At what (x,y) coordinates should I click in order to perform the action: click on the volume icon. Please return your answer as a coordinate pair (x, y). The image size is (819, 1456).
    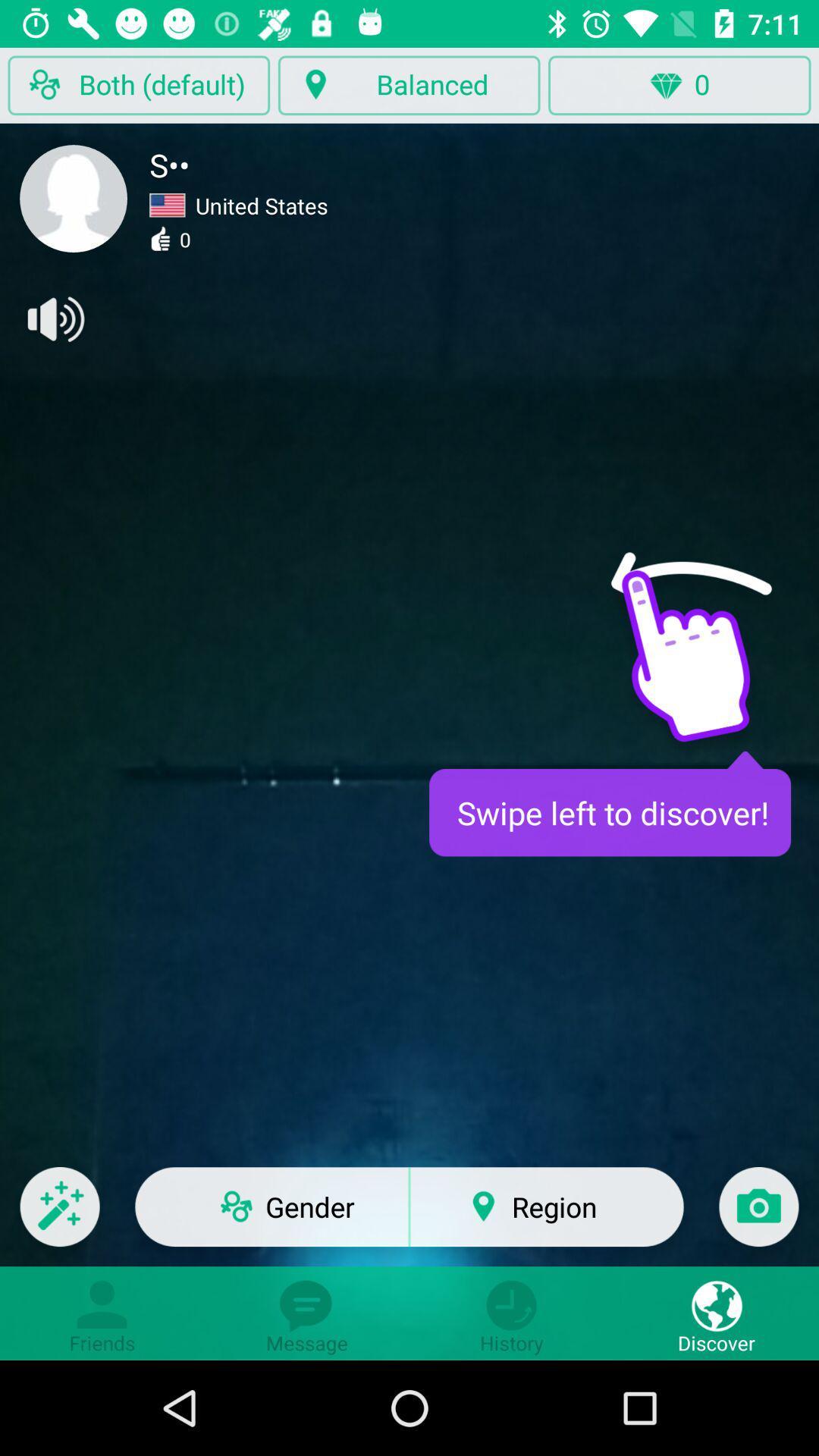
    Looking at the image, I should click on (54, 318).